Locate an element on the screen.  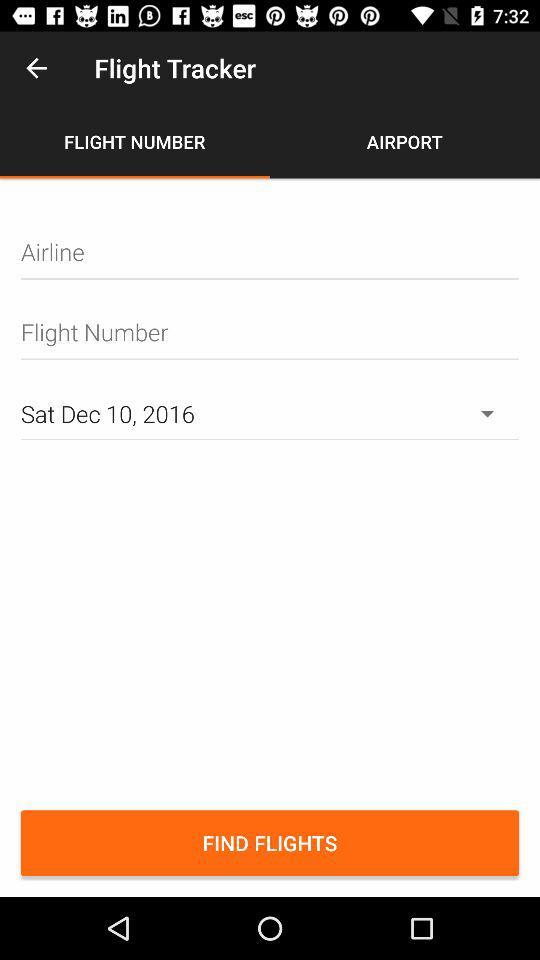
flight number is located at coordinates (270, 332).